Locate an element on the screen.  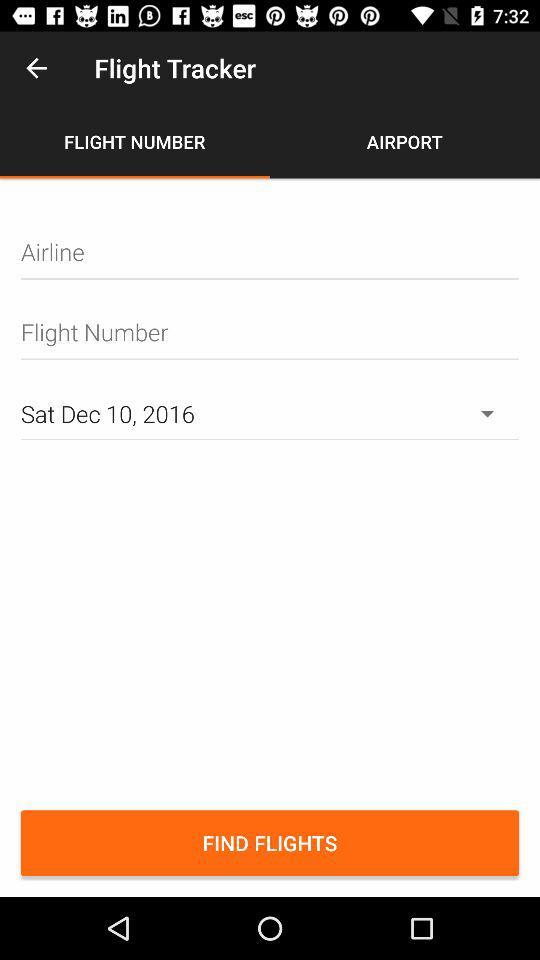
flight number is located at coordinates (270, 332).